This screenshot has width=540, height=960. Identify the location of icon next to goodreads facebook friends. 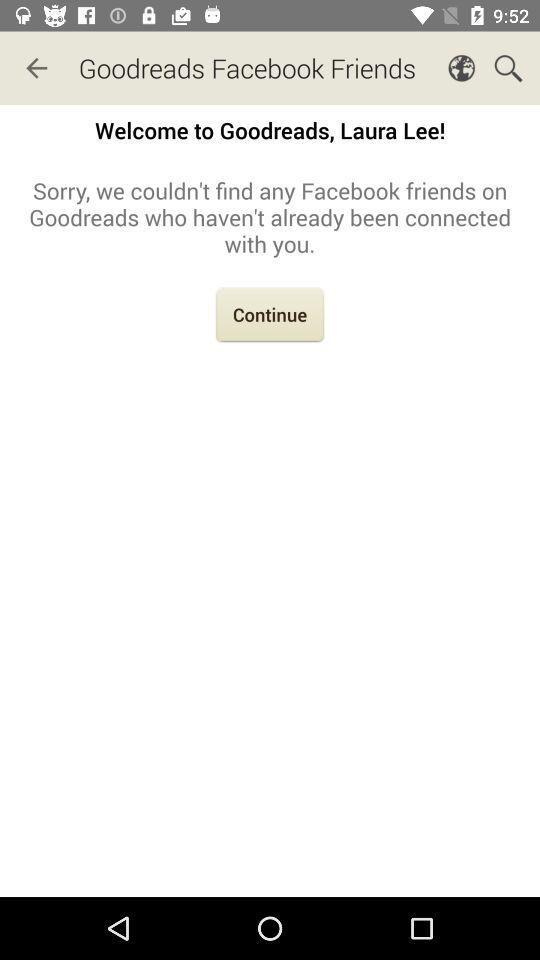
(36, 68).